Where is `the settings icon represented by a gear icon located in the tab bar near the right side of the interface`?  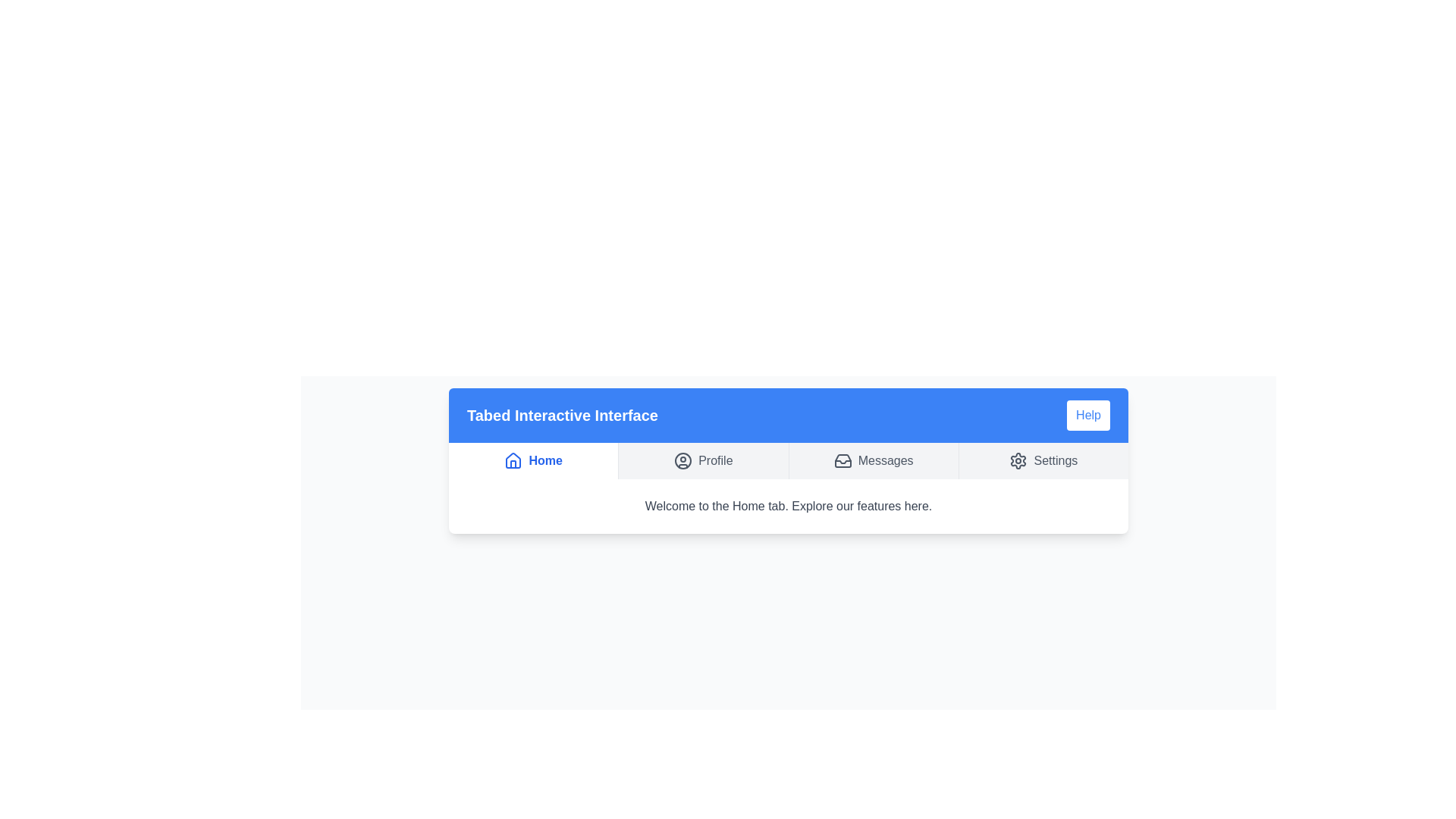
the settings icon represented by a gear icon located in the tab bar near the right side of the interface is located at coordinates (1018, 460).